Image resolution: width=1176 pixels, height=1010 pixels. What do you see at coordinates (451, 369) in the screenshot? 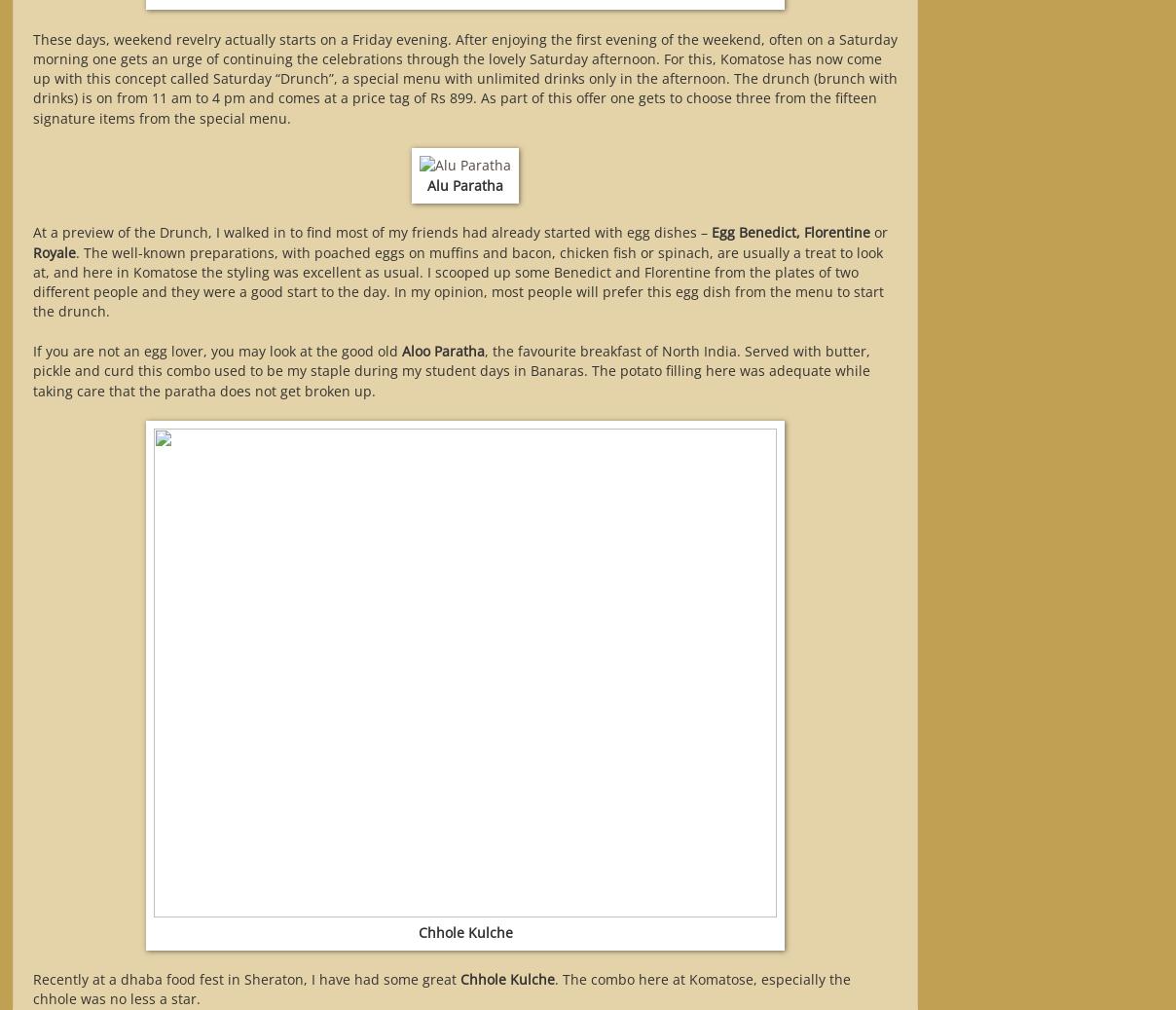
I see `', the favourite breakfast of North India. Served with butter, pickle and curd this combo used to be my staple during my student days in Banaras. The potato filling here was adequate while taking care that the paratha does not get broken up.'` at bounding box center [451, 369].